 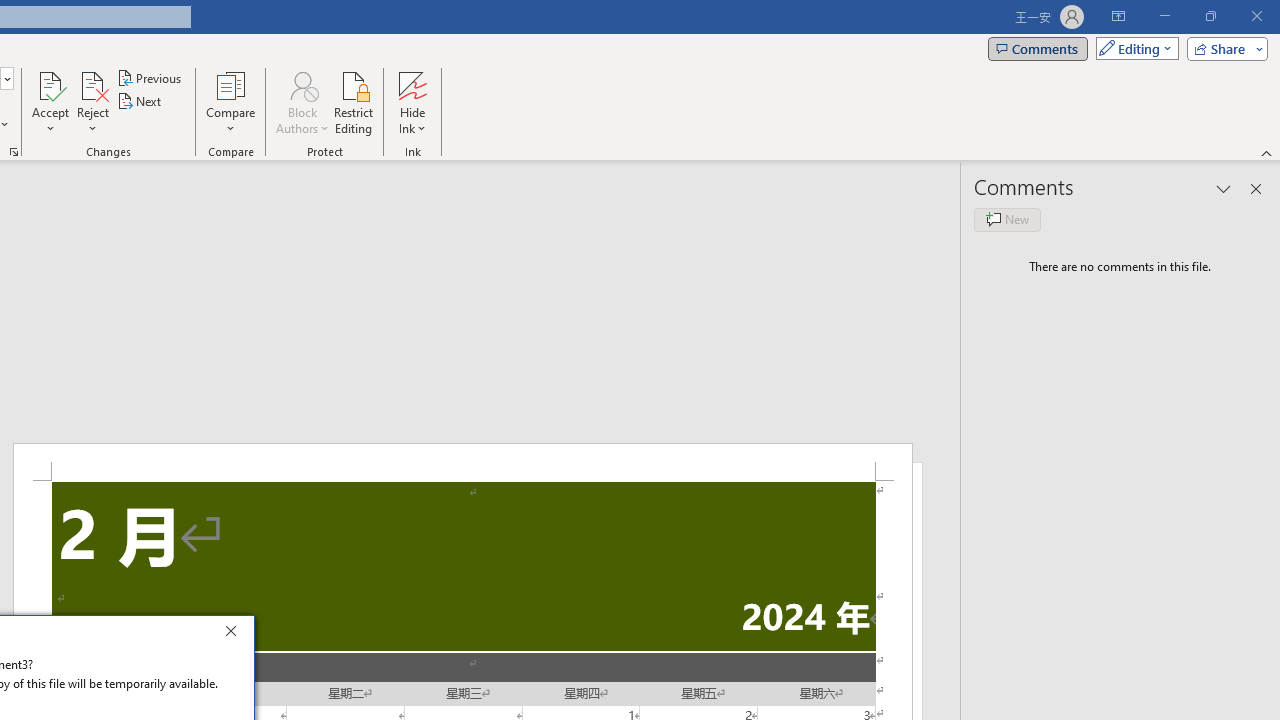 I want to click on 'Previous', so click(x=150, y=77).